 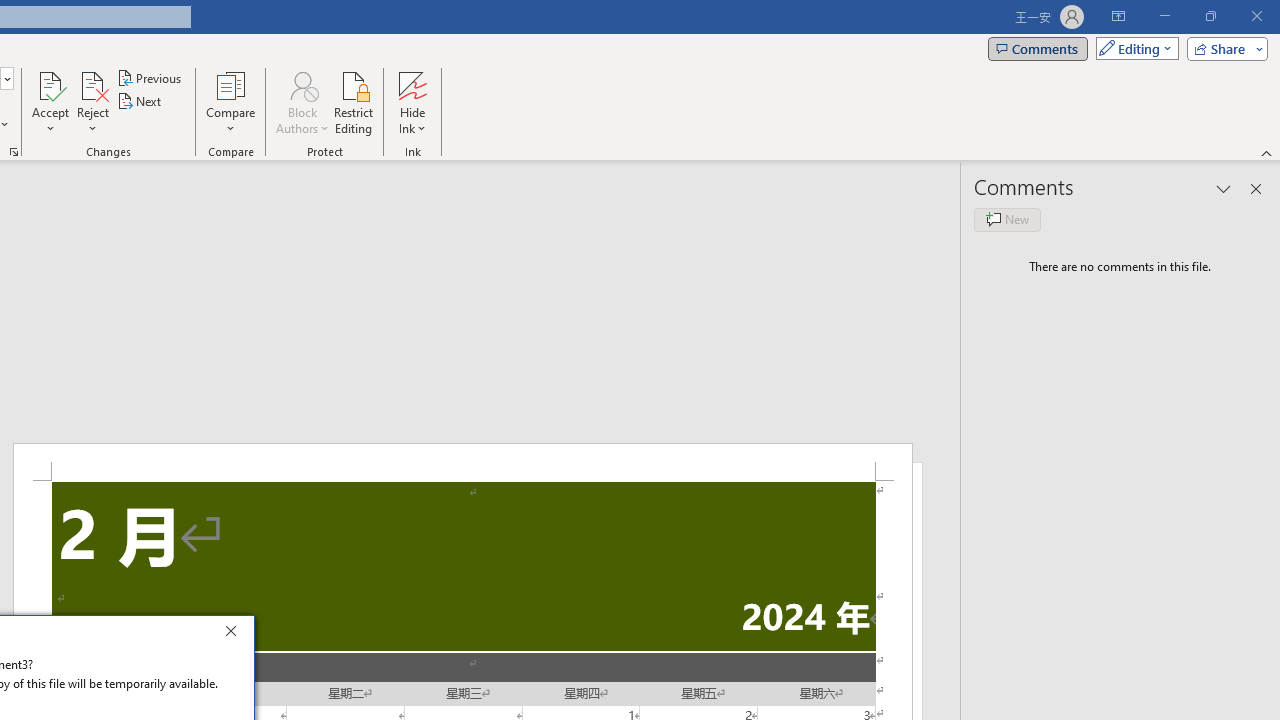 I want to click on 'Previous', so click(x=150, y=77).